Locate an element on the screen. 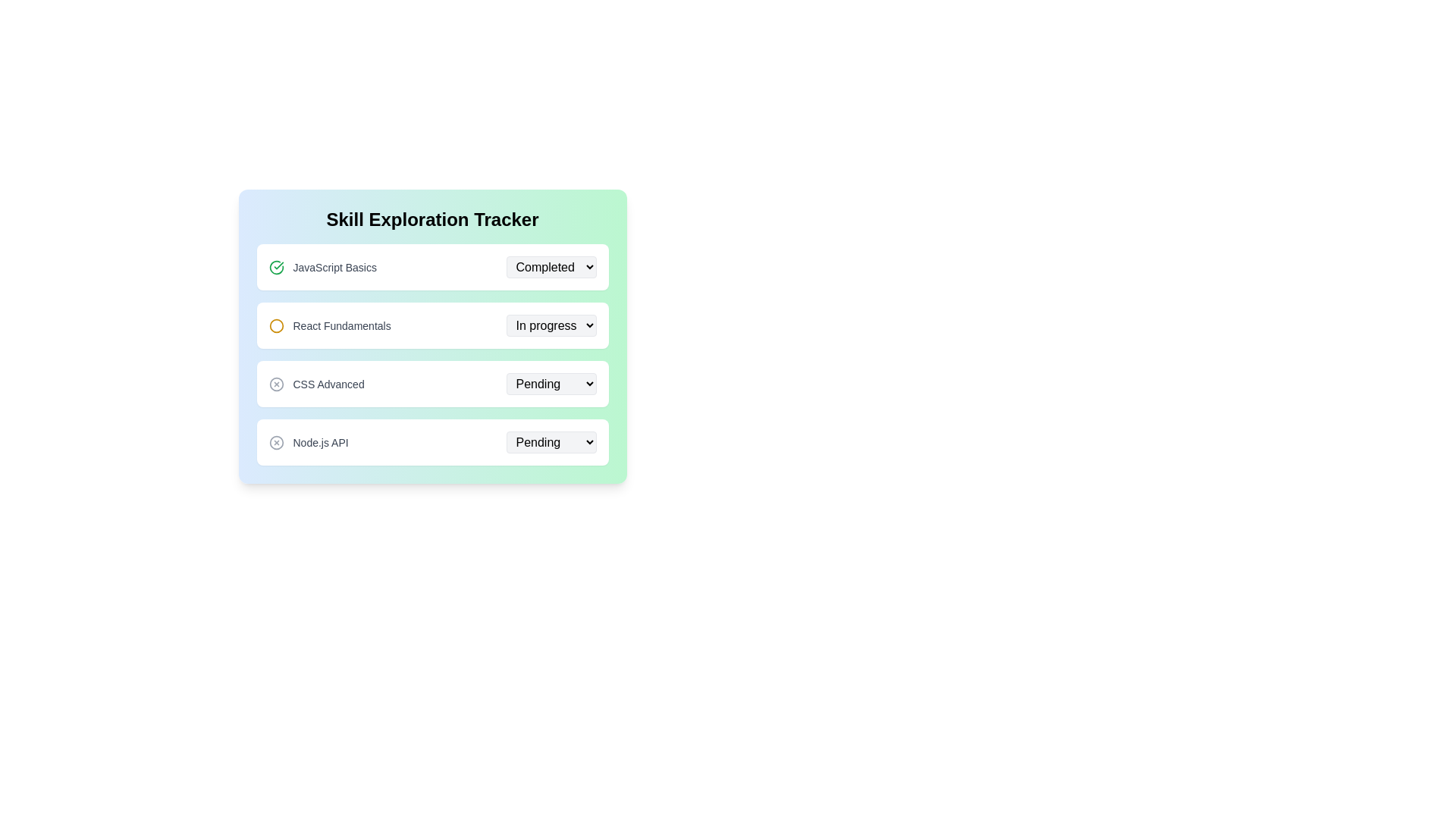  the text label displaying 'Node.js API' in the fourth row of the skill exploration tracker is located at coordinates (320, 442).